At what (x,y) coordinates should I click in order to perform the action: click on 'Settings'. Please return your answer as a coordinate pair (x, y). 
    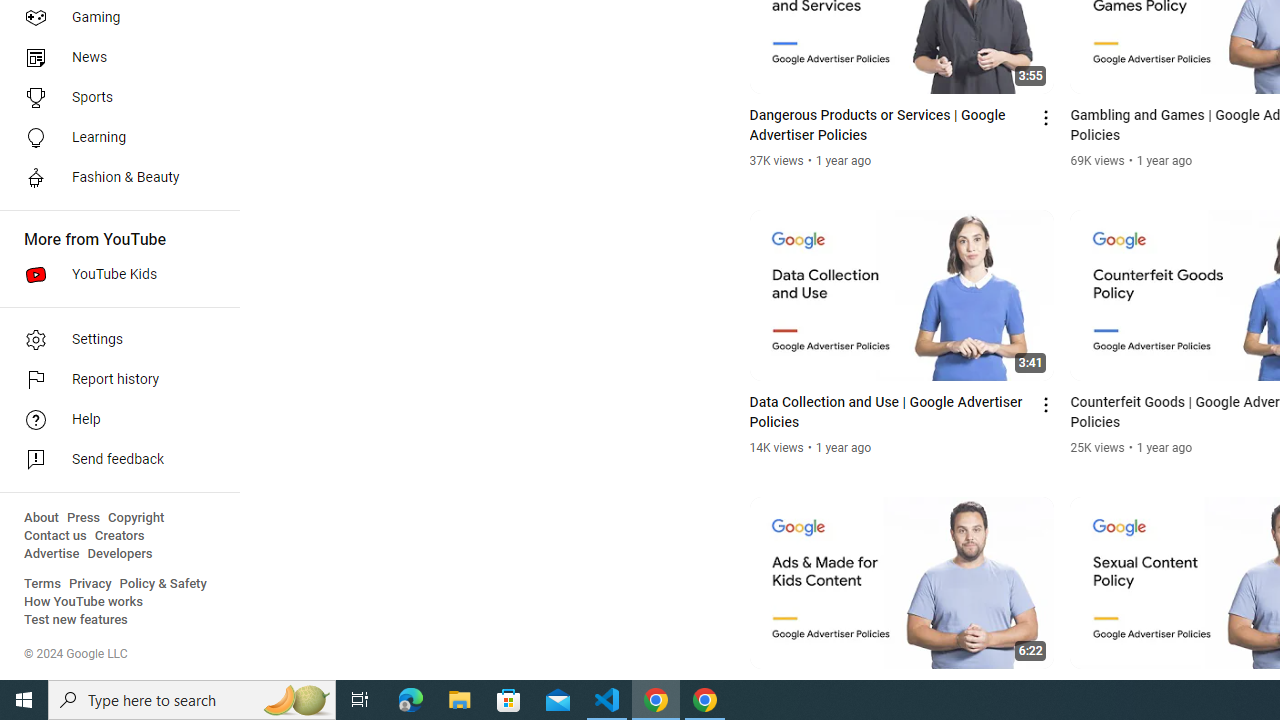
    Looking at the image, I should click on (112, 338).